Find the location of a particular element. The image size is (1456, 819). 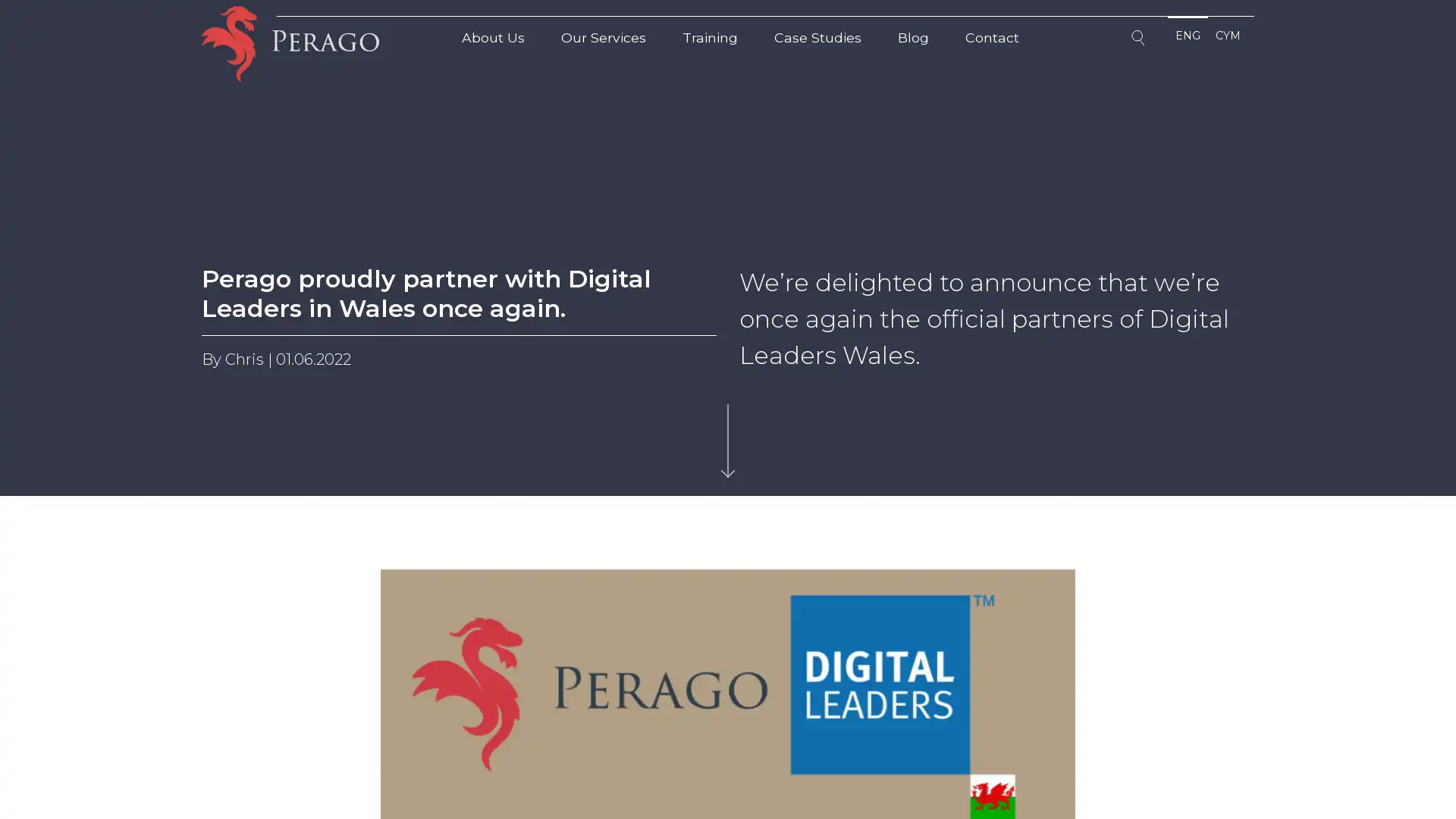

Search button is located at coordinates (1140, 40).